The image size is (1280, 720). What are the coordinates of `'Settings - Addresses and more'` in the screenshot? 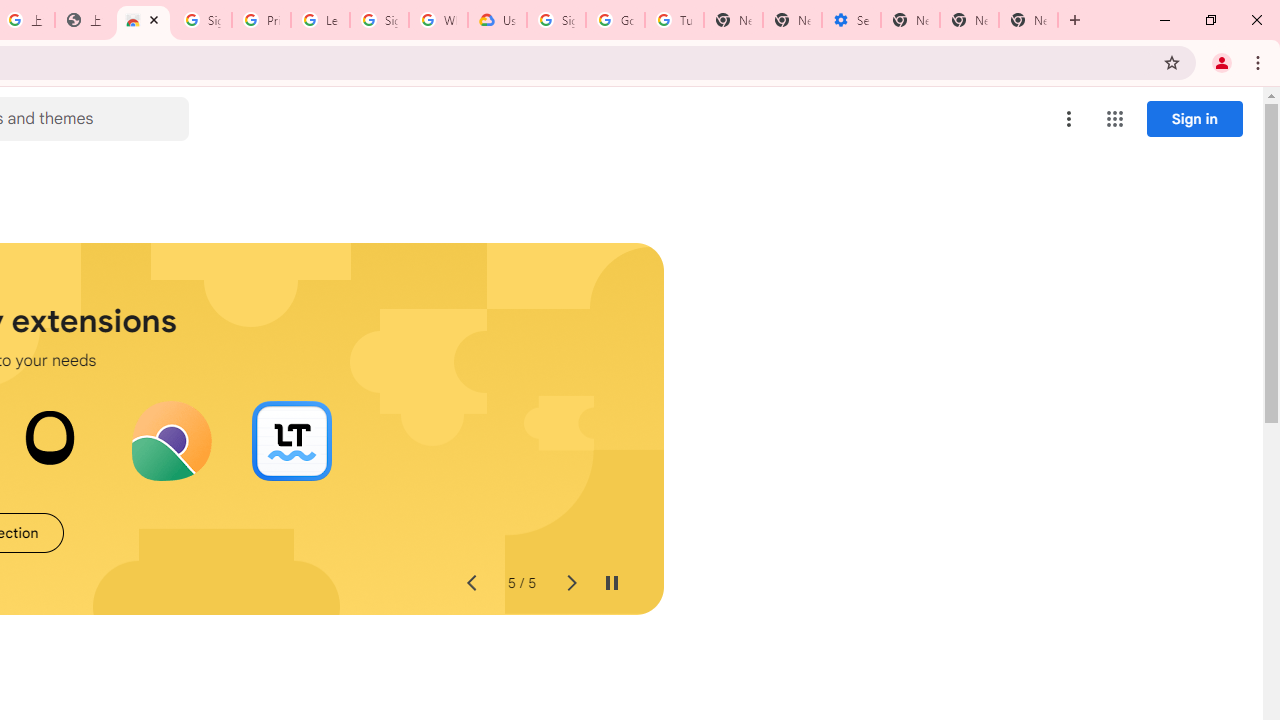 It's located at (851, 20).